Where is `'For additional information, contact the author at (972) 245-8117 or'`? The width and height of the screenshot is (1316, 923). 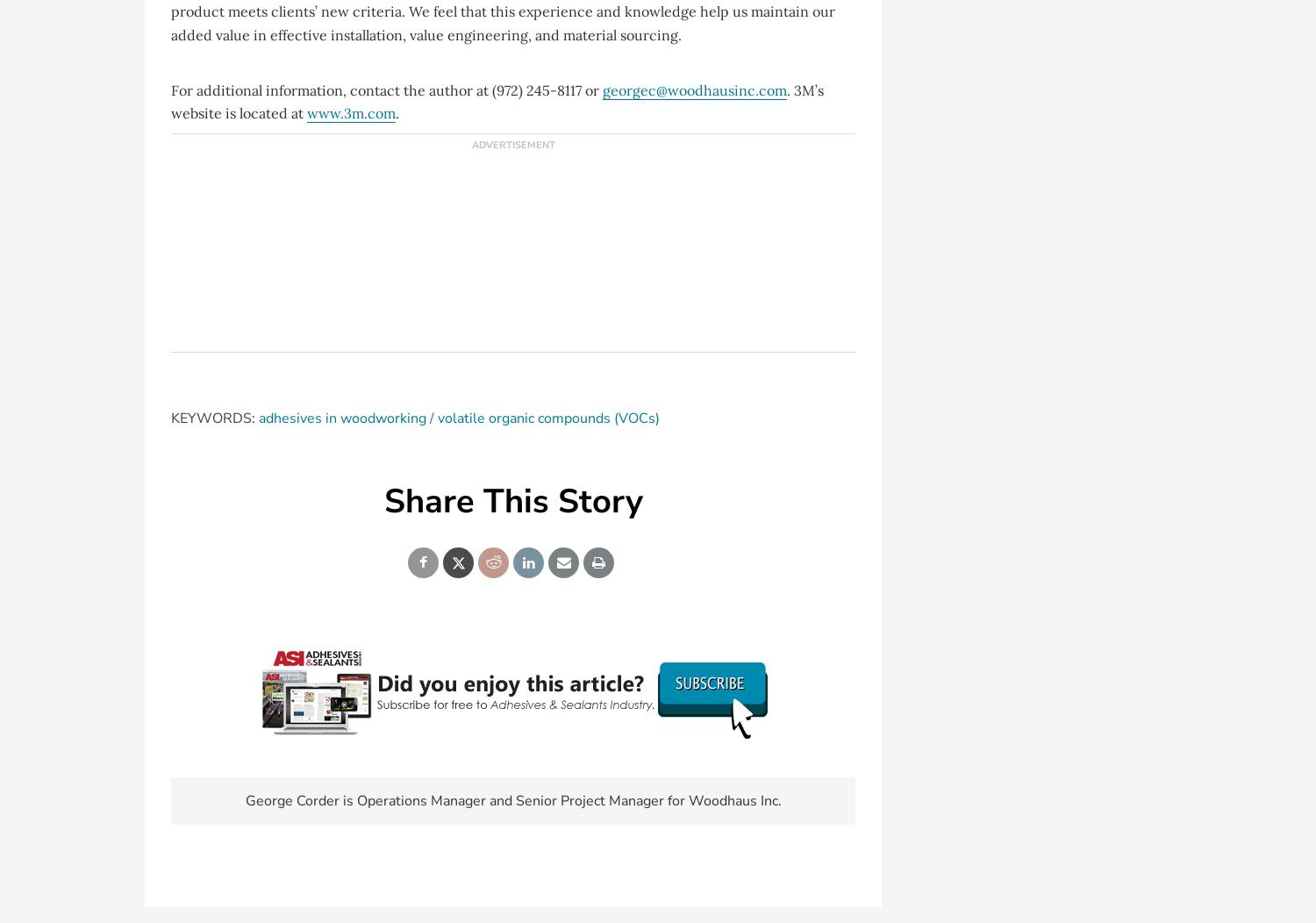 'For additional information, contact the author at (972) 245-8117 or' is located at coordinates (386, 89).